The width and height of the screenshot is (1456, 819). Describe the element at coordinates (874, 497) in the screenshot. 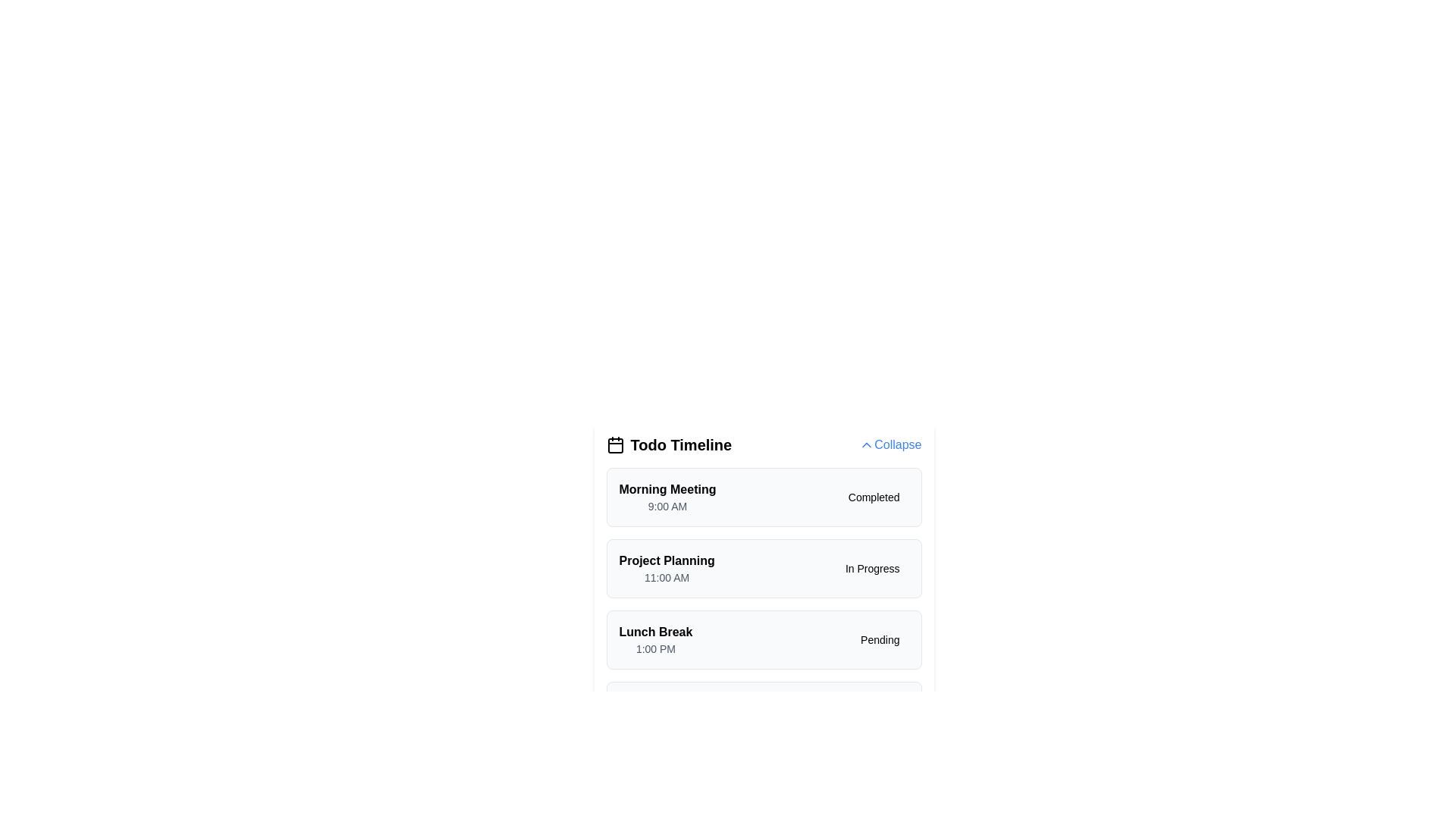

I see `the 'Completed' status label located in the 'Todo Timeline' list, to the right of the 'Morning Meeting' entry` at that location.